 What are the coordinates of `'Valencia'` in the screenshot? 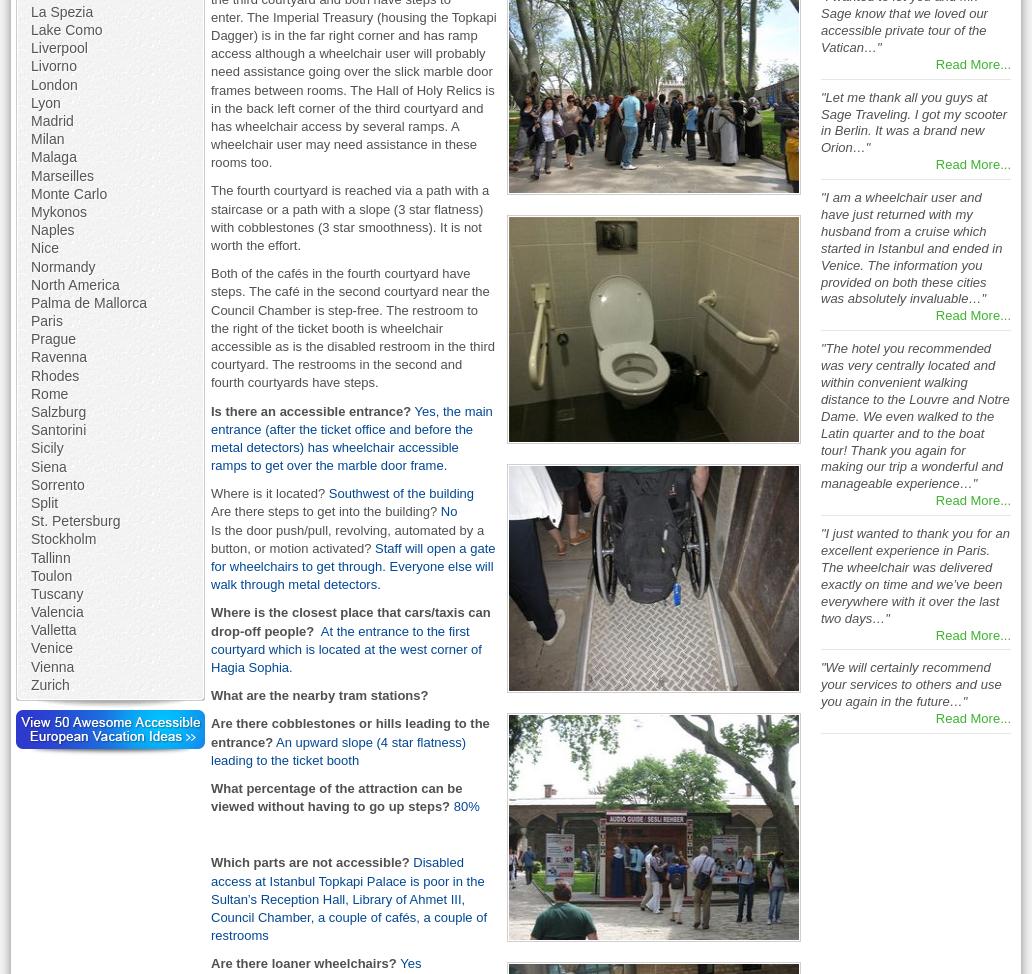 It's located at (56, 610).